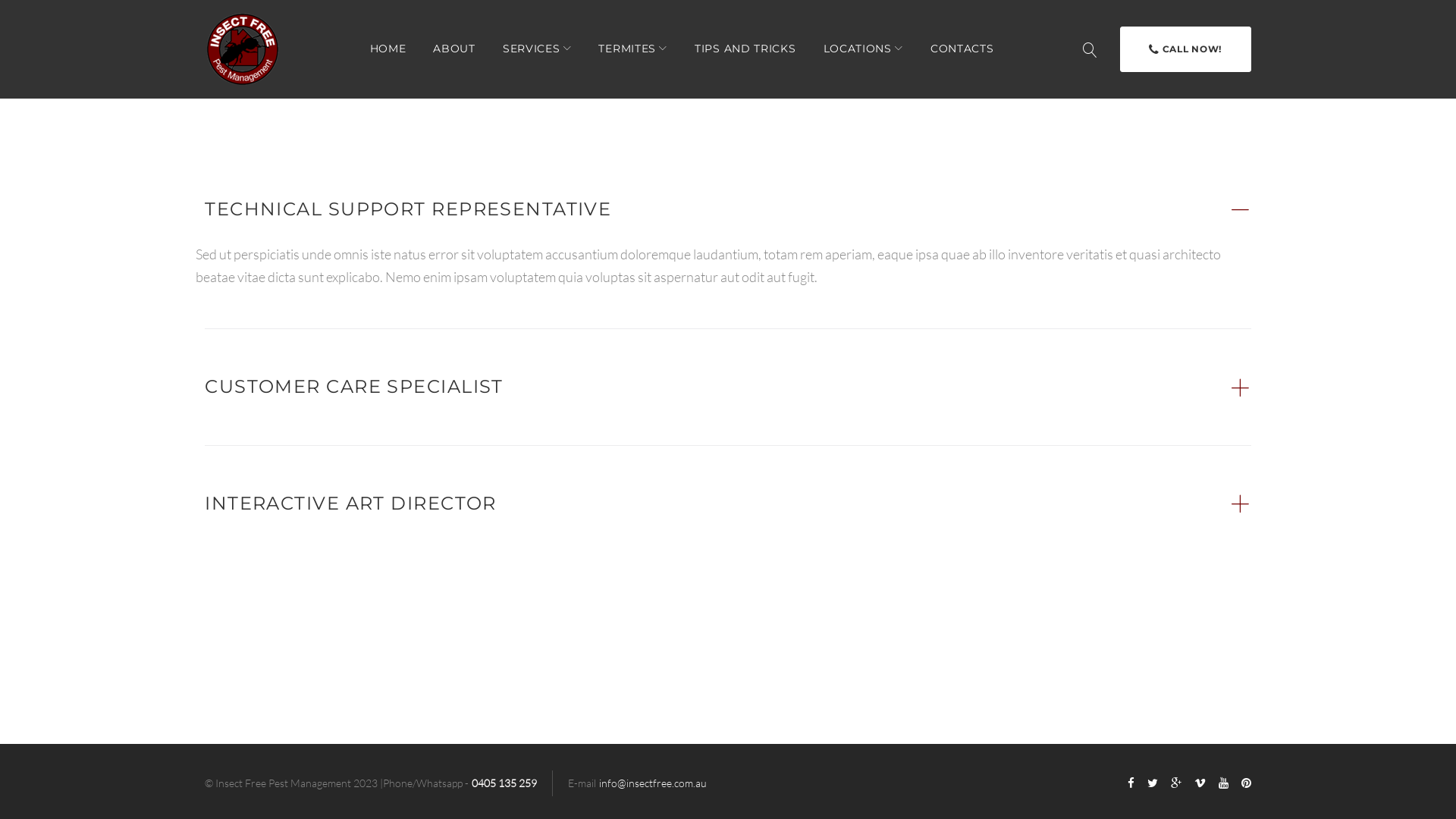 The width and height of the screenshot is (1456, 819). Describe the element at coordinates (1131, 783) in the screenshot. I see `'Facebook'` at that location.